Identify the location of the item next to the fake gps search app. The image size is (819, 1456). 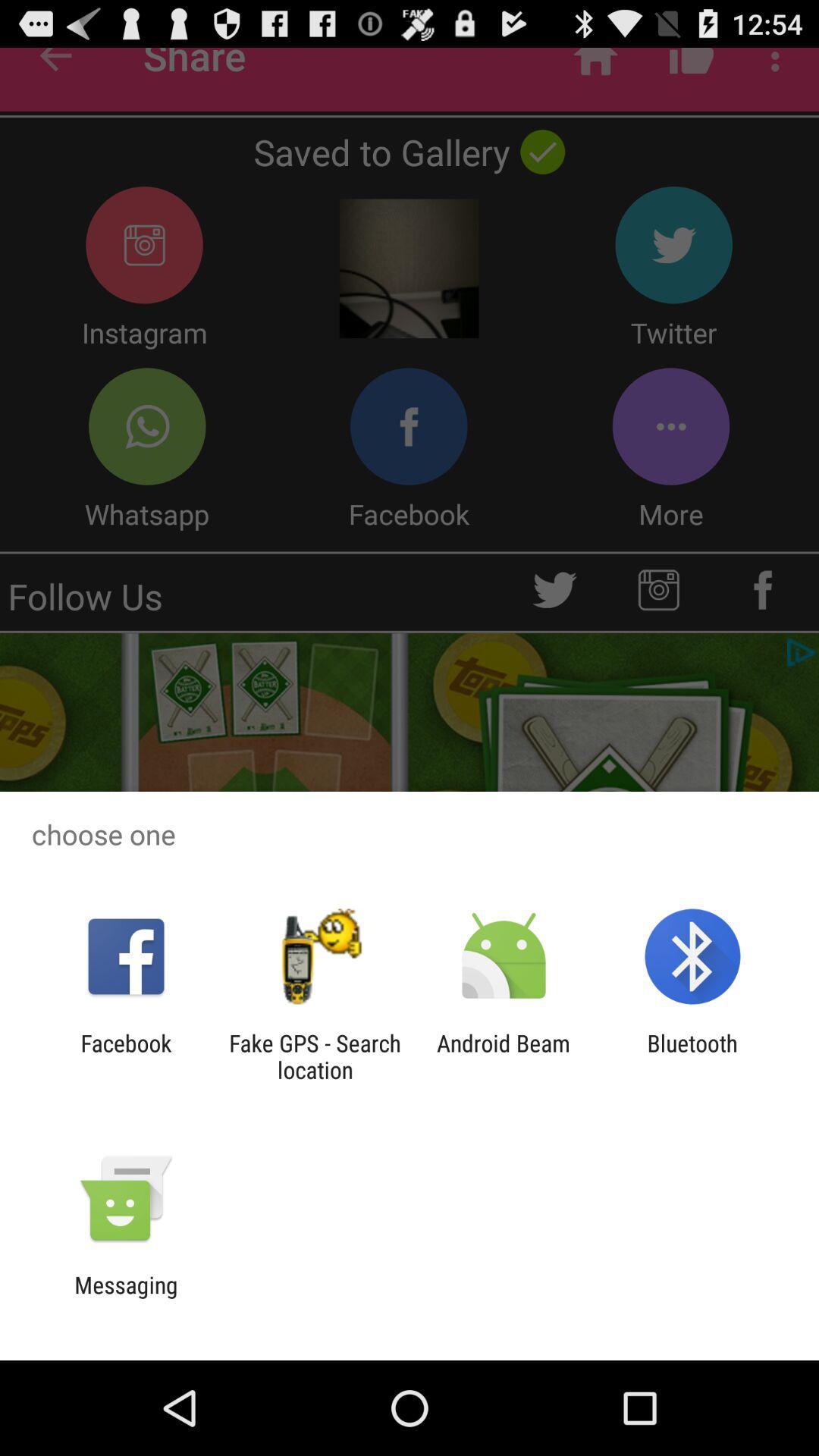
(125, 1056).